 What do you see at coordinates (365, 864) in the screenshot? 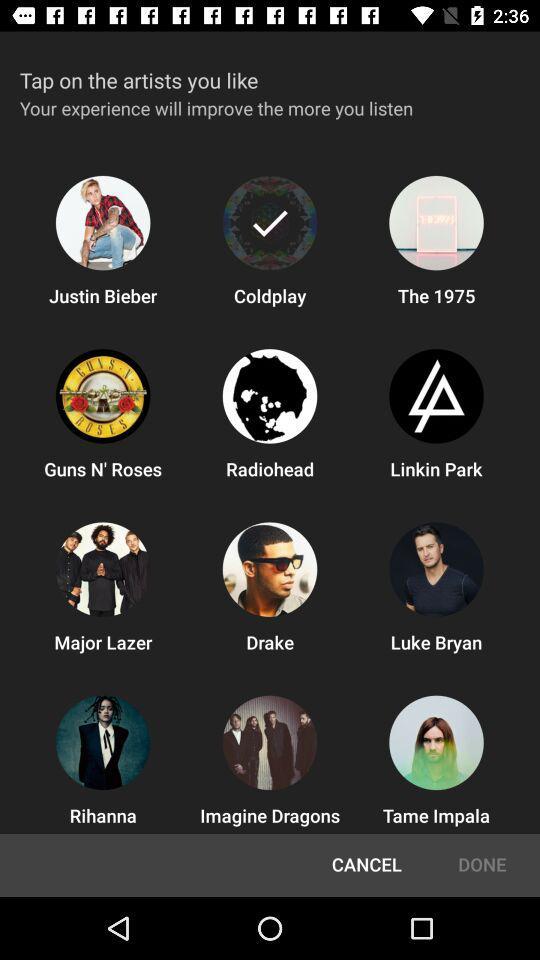
I see `the item to the left of done` at bounding box center [365, 864].